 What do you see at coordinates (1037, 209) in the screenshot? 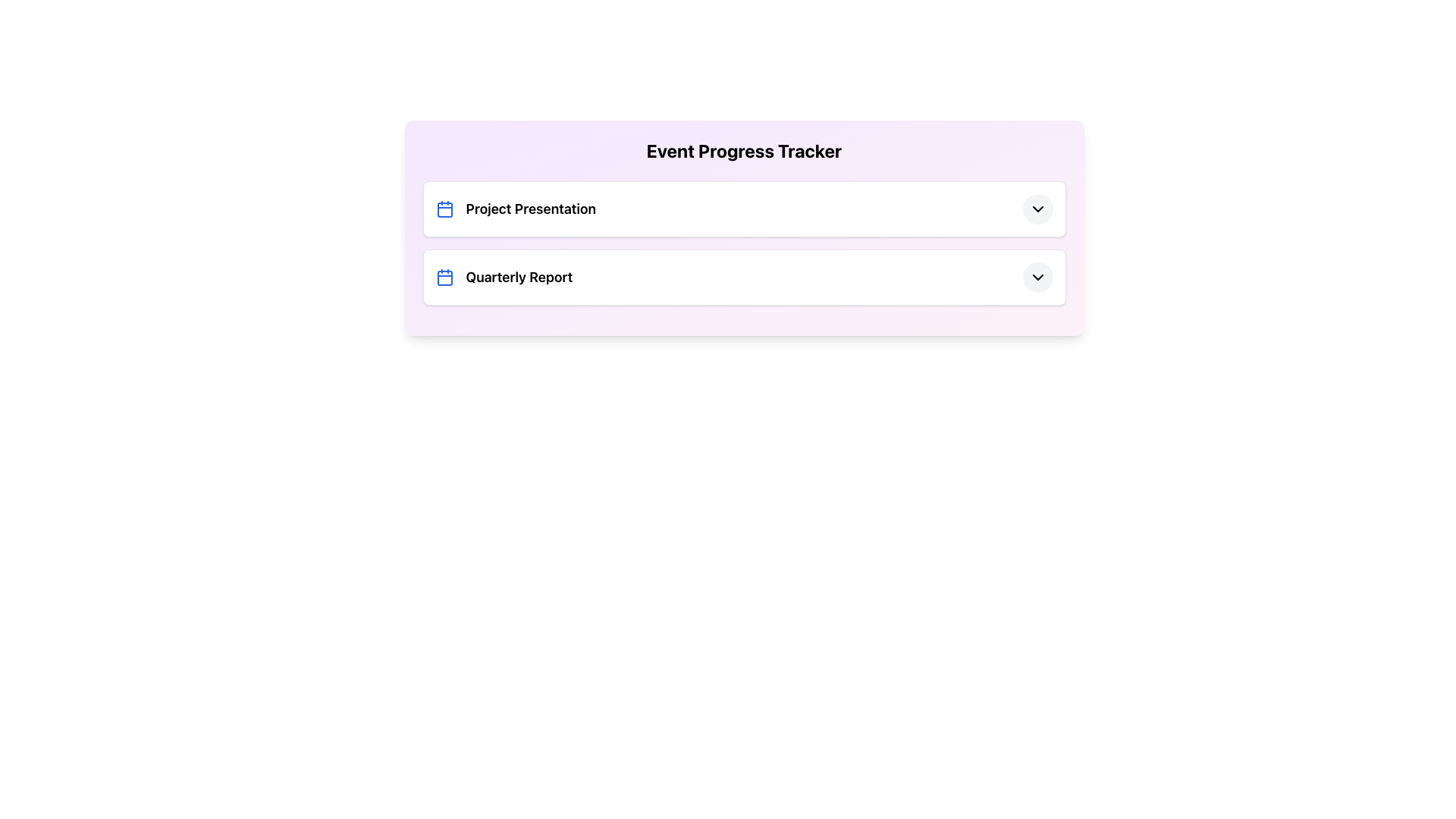
I see `the downward-pointing chevron icon button located on the right side of the 'Project Presentation' entry` at bounding box center [1037, 209].